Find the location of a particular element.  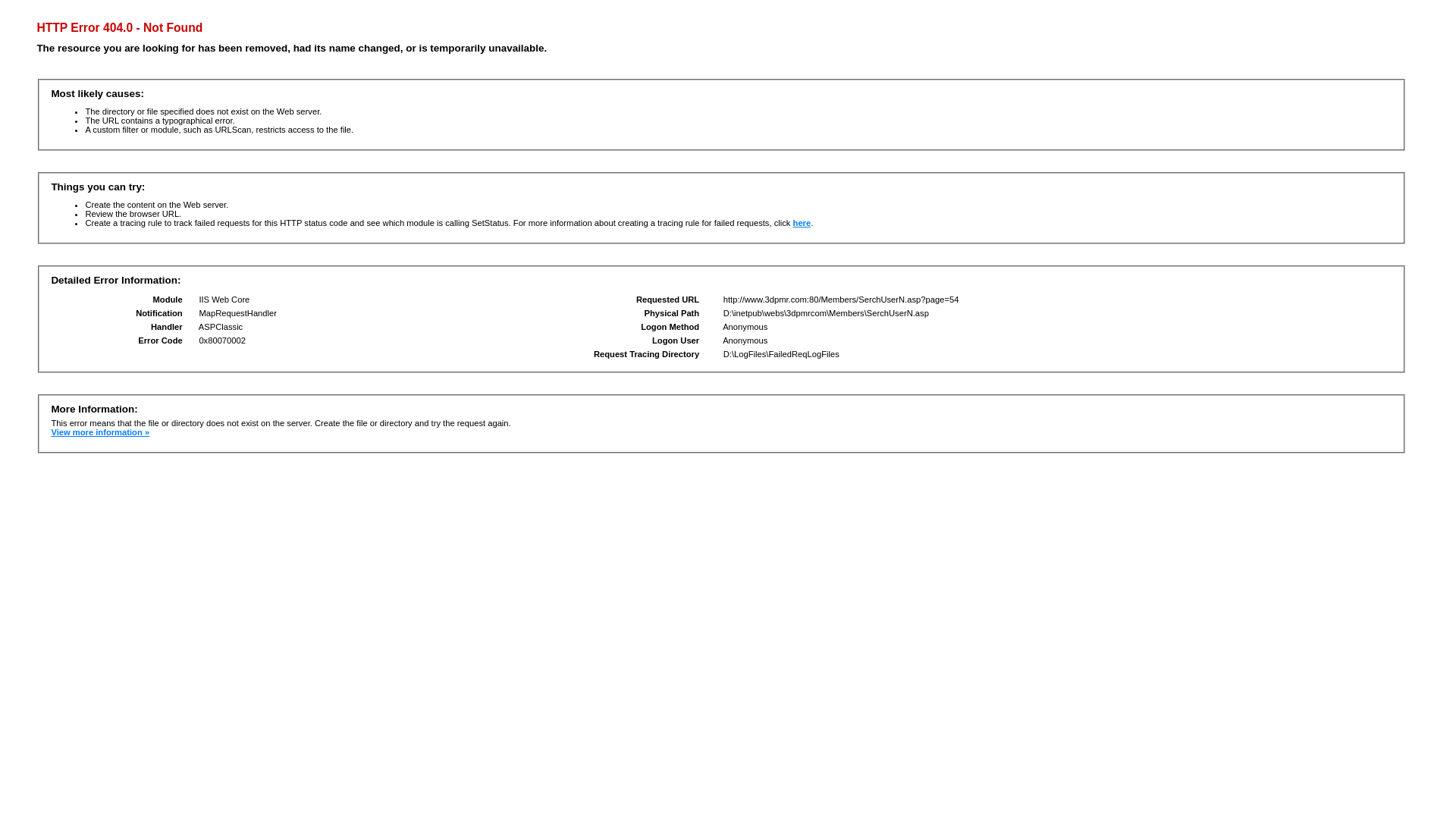

'here' is located at coordinates (801, 222).